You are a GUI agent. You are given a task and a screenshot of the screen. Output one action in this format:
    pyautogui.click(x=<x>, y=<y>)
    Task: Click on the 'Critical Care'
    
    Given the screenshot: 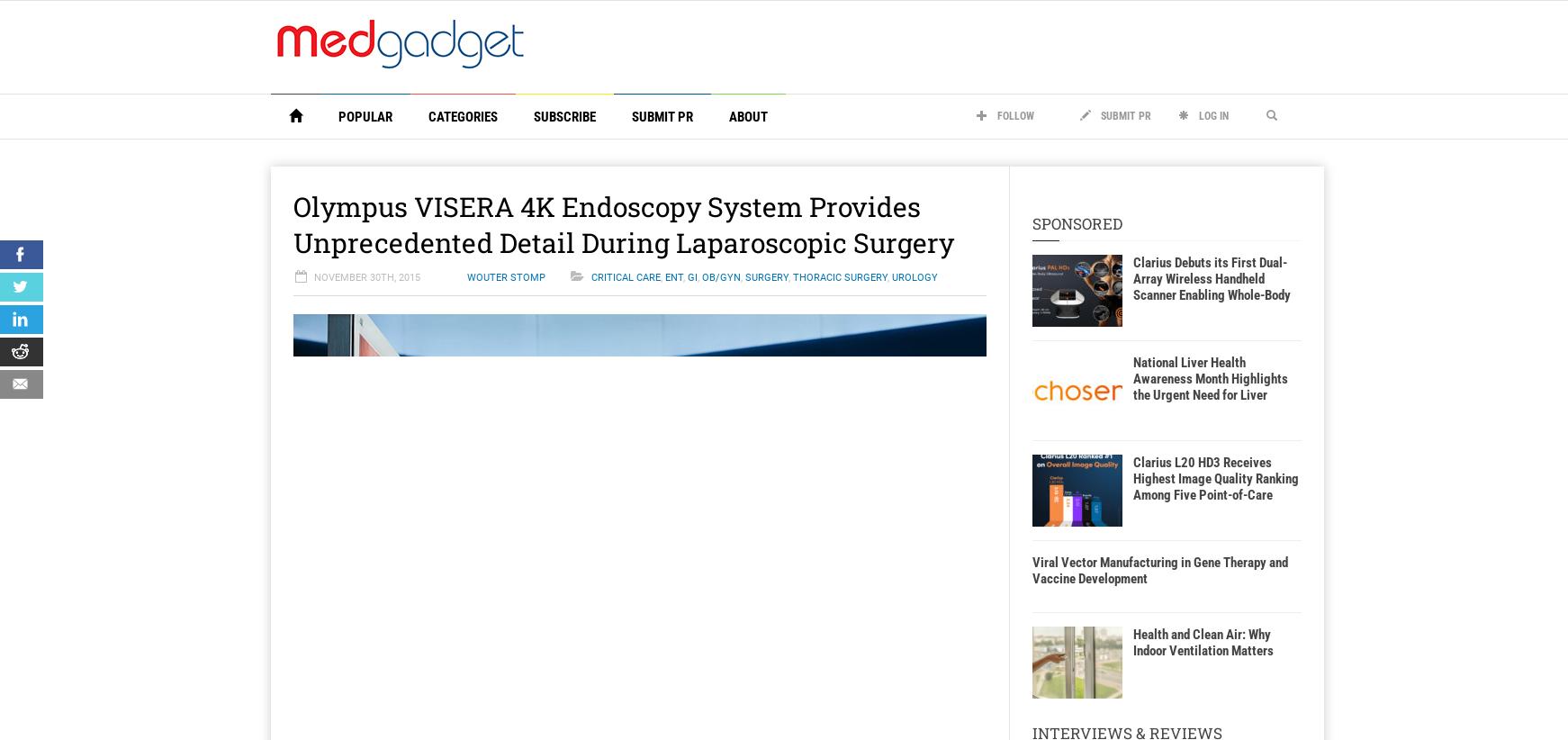 What is the action you would take?
    pyautogui.click(x=625, y=277)
    